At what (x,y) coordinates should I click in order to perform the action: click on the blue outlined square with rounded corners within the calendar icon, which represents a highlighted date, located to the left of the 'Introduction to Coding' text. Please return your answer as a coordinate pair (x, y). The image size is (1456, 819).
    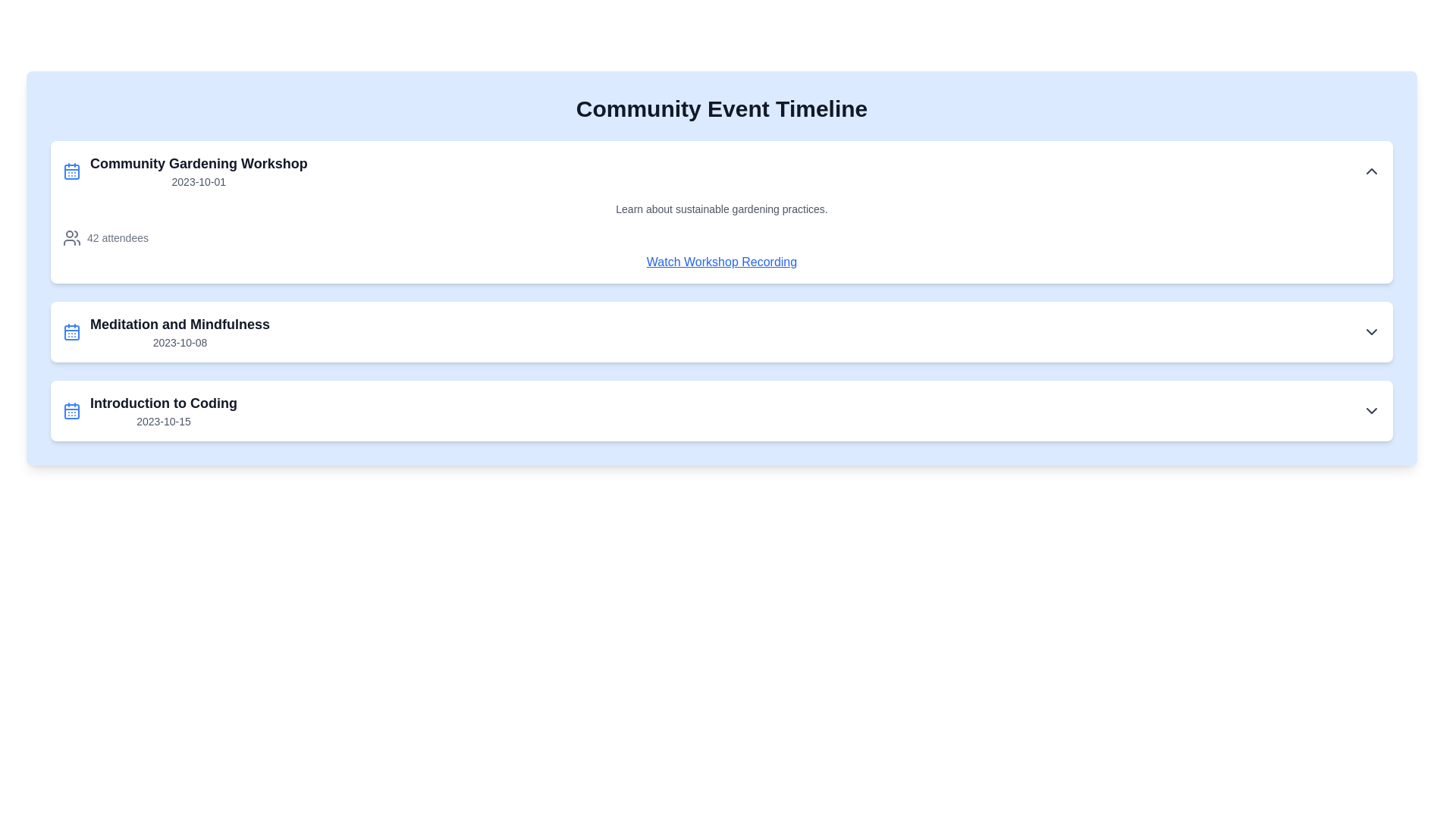
    Looking at the image, I should click on (71, 412).